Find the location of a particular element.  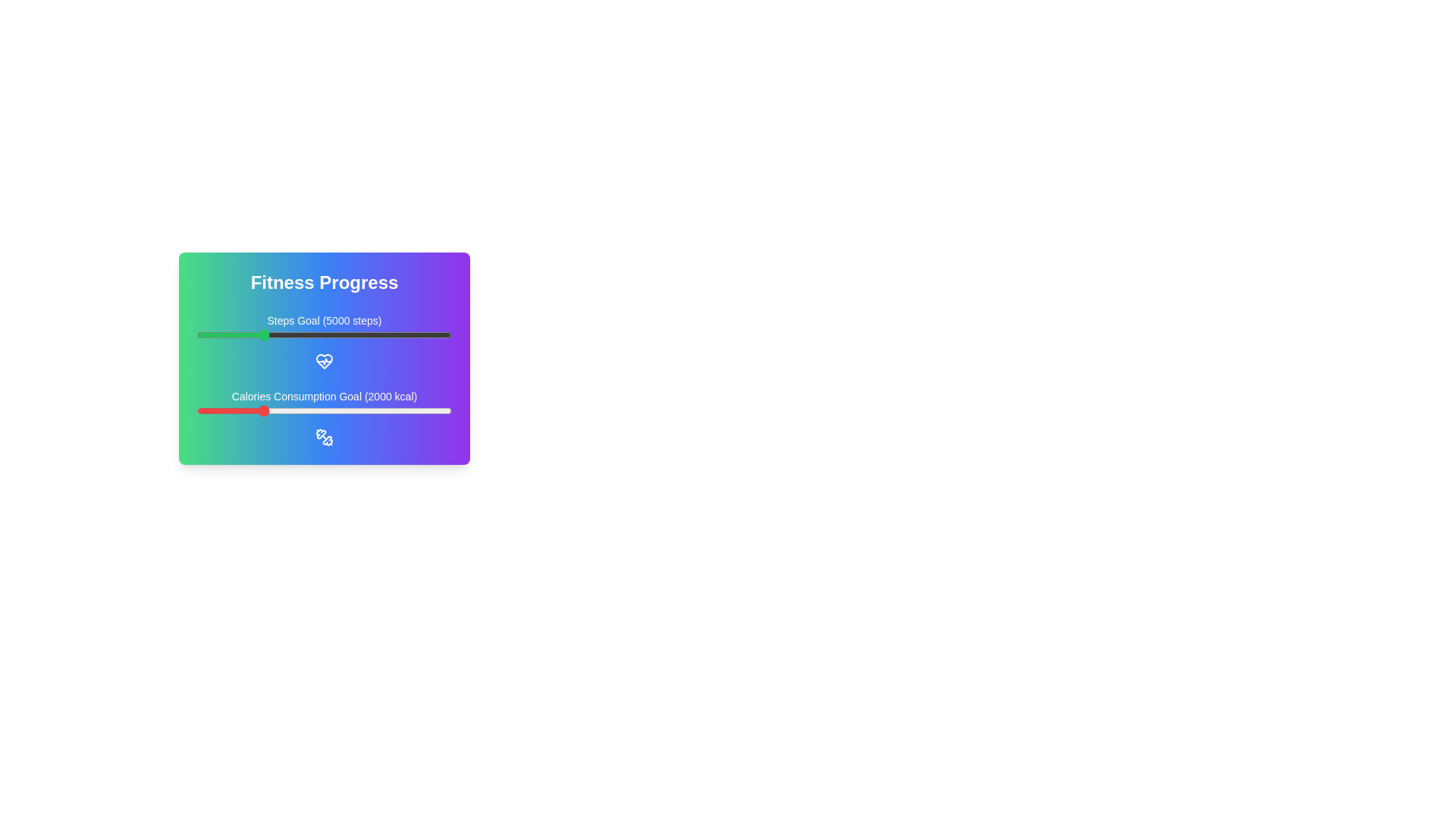

the steps goal is located at coordinates (204, 334).